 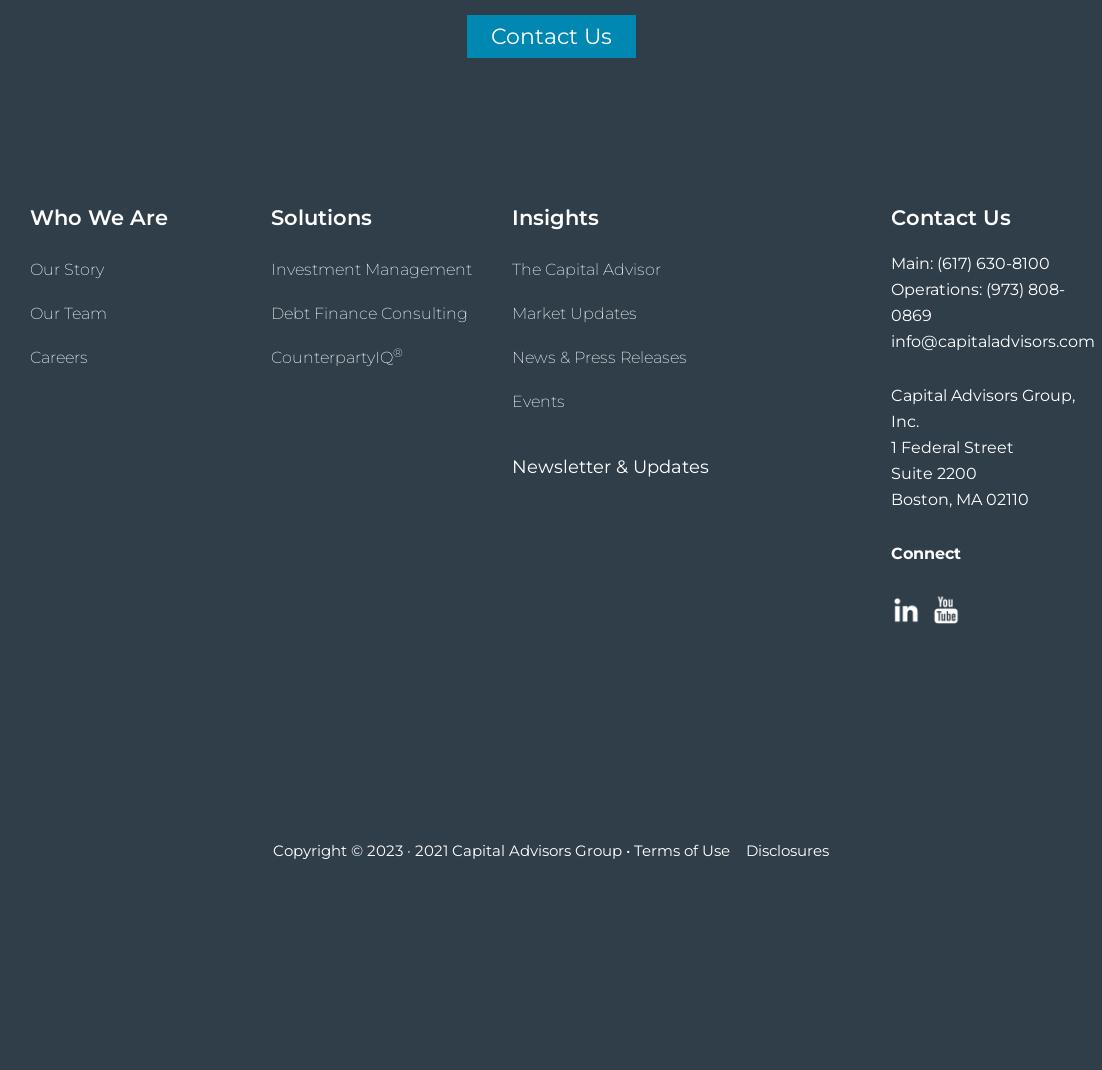 I want to click on 'Our Team', so click(x=28, y=312).